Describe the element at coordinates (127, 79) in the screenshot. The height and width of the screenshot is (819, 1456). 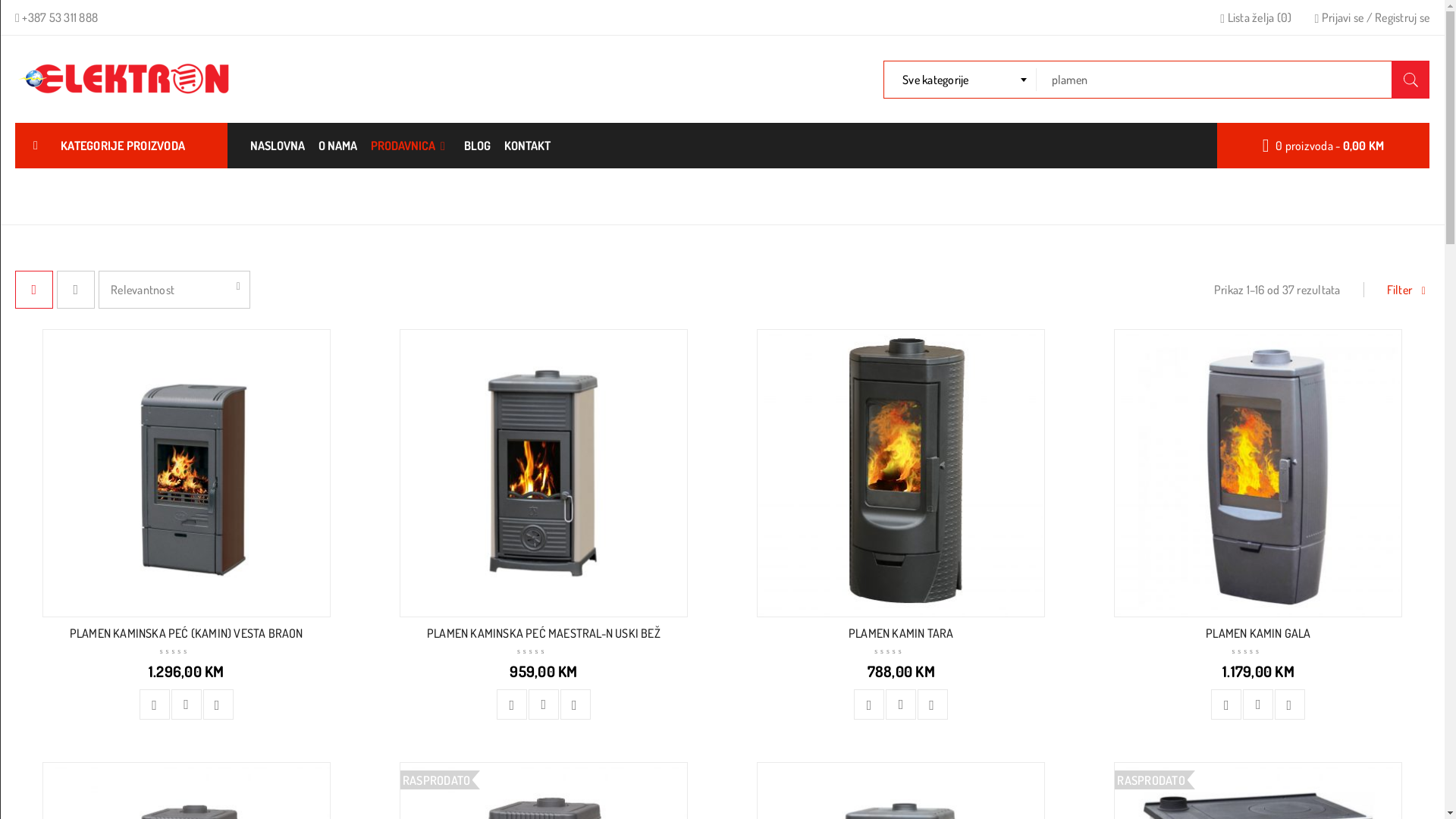
I see `'Elektron Shop'` at that location.